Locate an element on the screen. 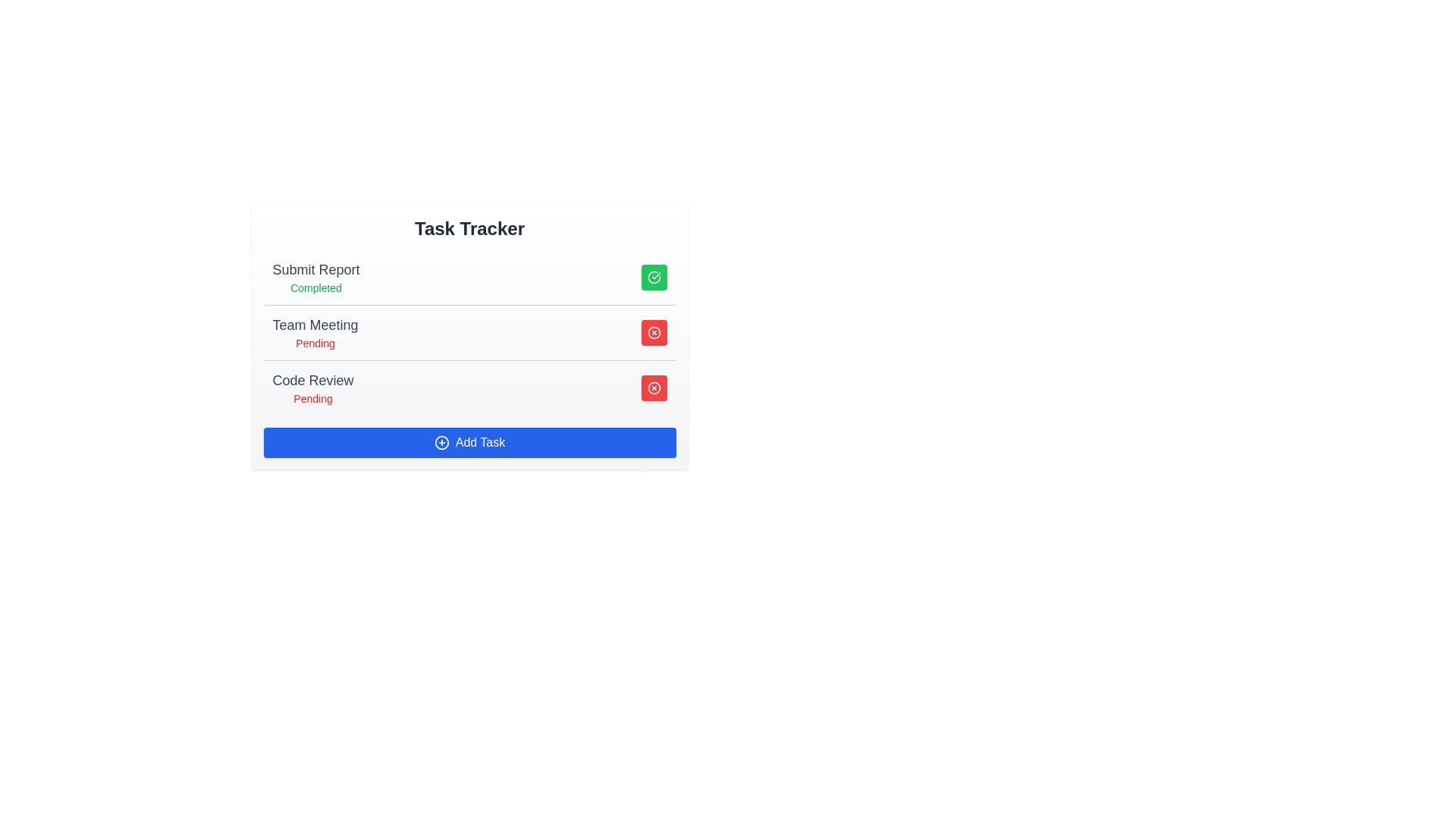 The width and height of the screenshot is (1456, 819). the Icon button is located at coordinates (654, 332).